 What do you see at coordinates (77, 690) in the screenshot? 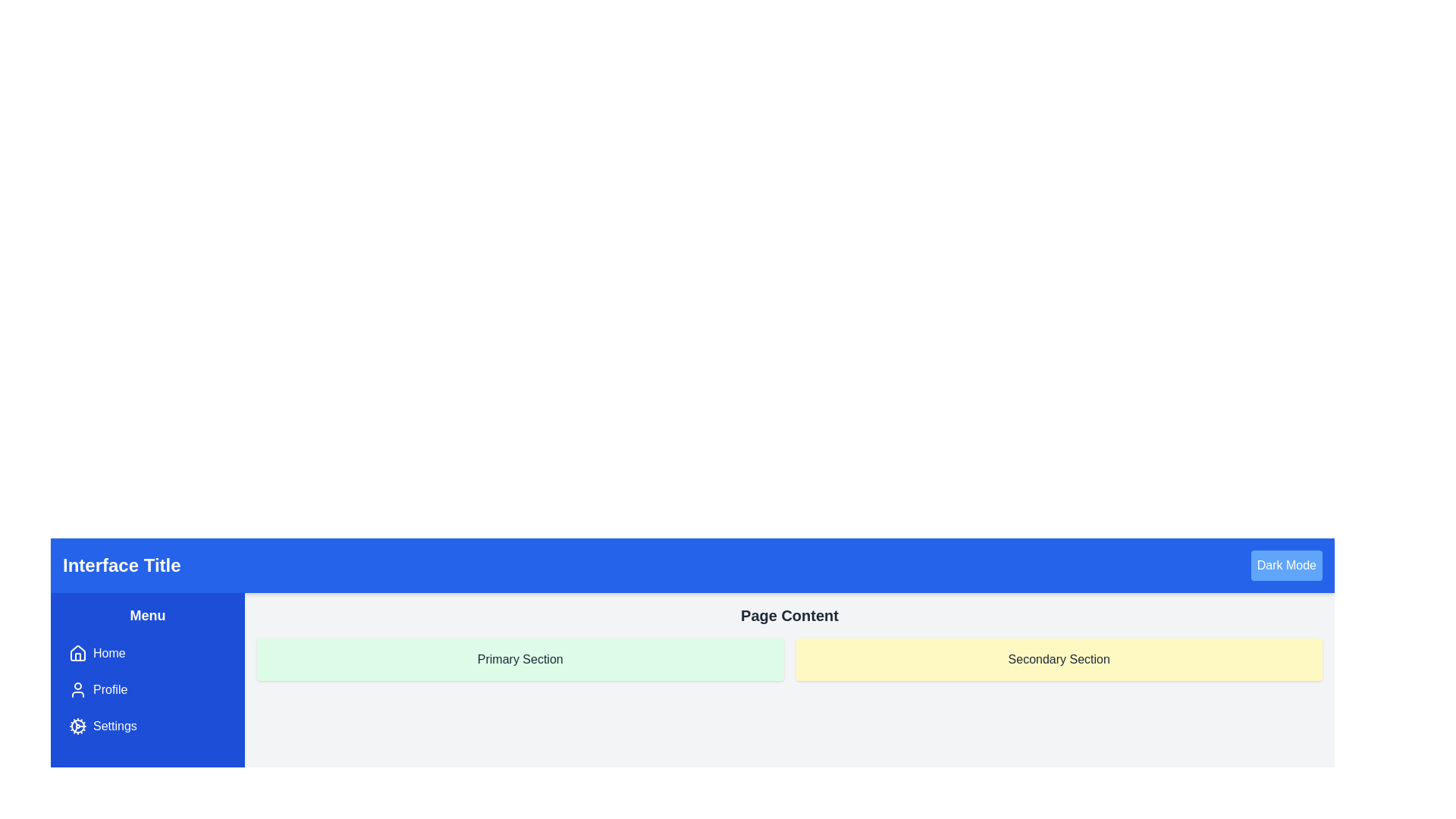
I see `the decorative Profile icon located in the vertical navigation menu on the left side of the interface, positioned to the left of the text label 'Profile'` at bounding box center [77, 690].